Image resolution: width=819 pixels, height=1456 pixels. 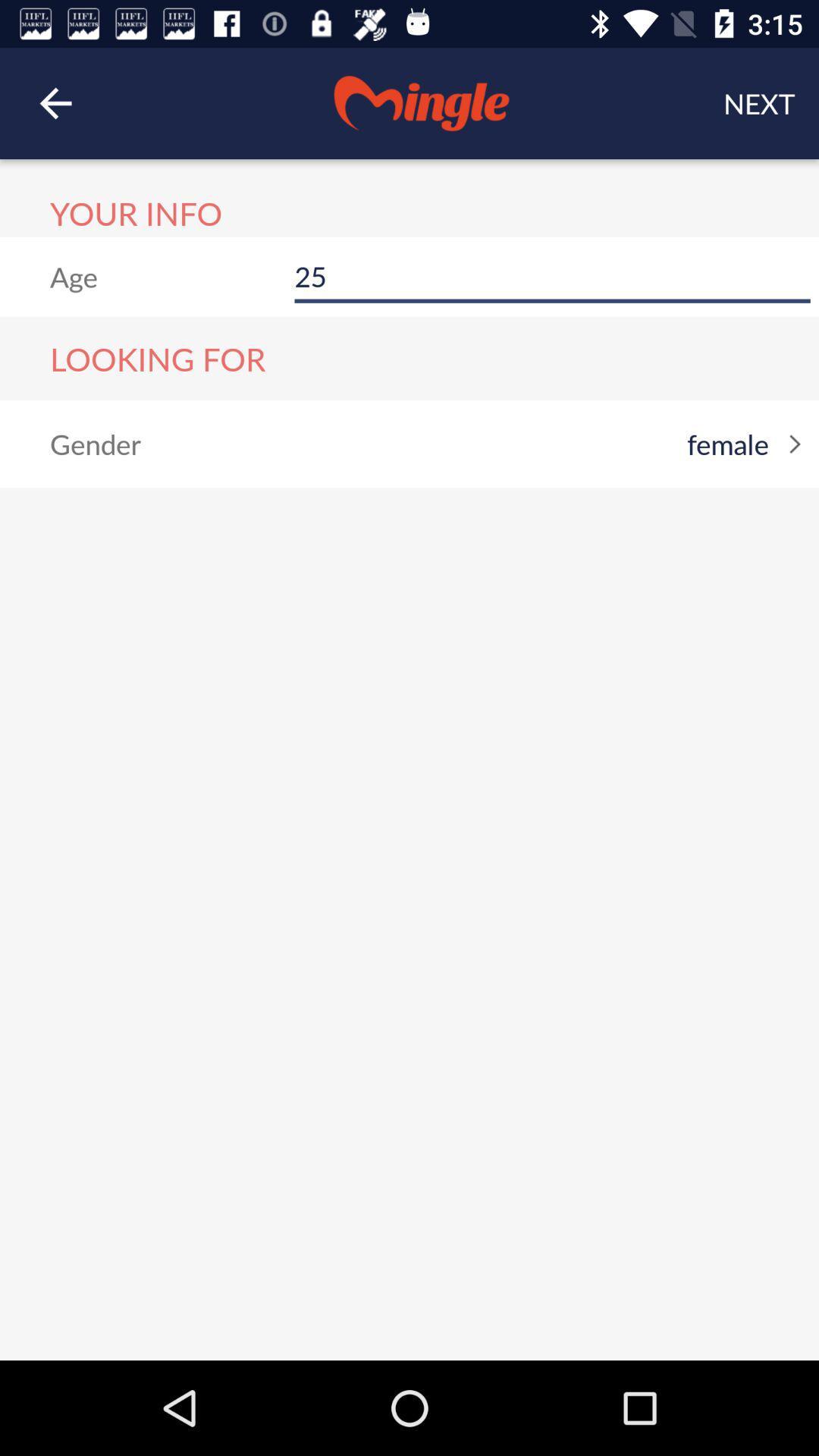 What do you see at coordinates (552, 277) in the screenshot?
I see `icon next to age icon` at bounding box center [552, 277].